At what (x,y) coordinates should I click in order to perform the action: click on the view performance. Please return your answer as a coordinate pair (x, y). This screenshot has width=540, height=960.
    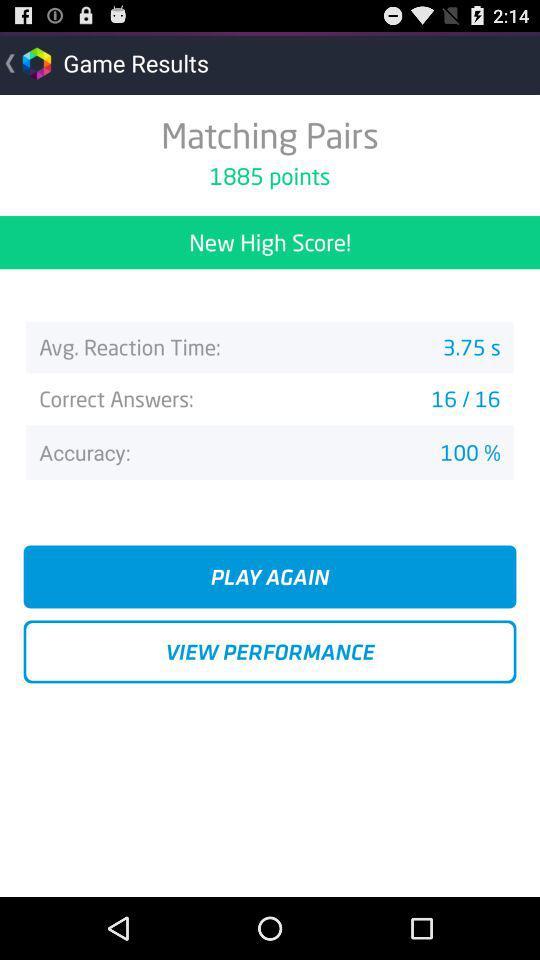
    Looking at the image, I should click on (270, 650).